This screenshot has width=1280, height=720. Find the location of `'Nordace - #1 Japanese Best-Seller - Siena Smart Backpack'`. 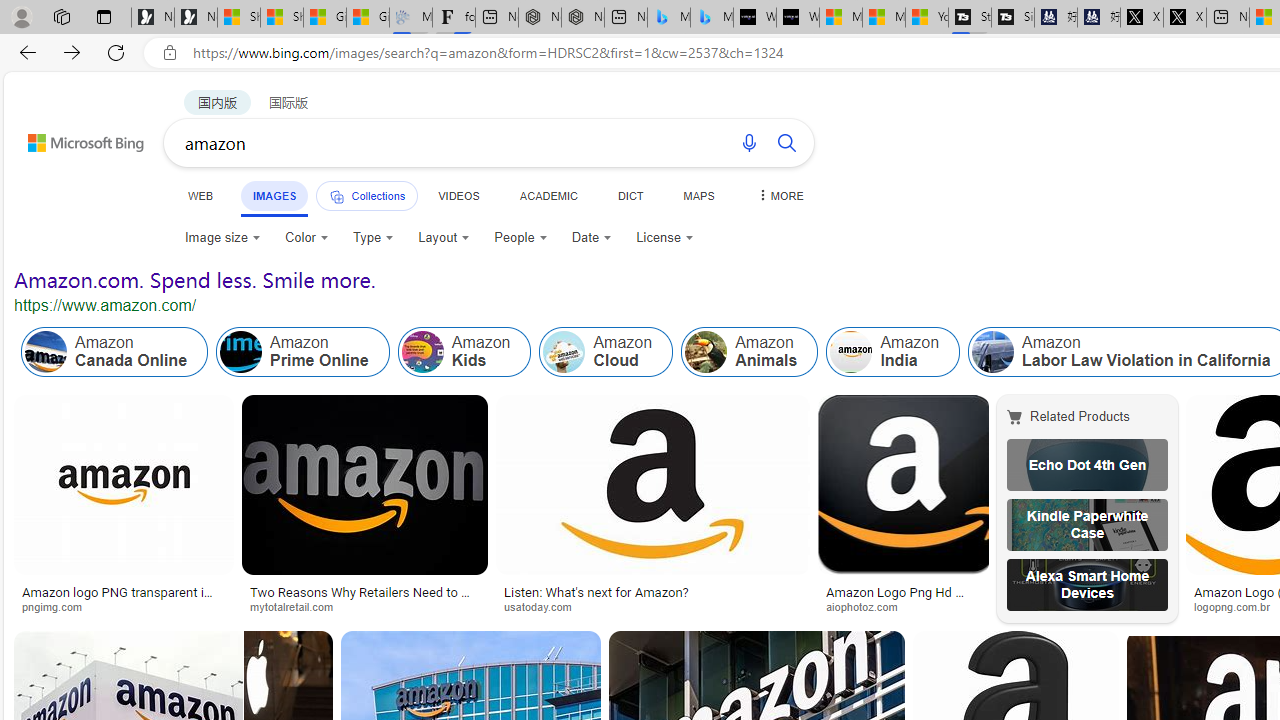

'Nordace - #1 Japanese Best-Seller - Siena Smart Backpack' is located at coordinates (582, 17).